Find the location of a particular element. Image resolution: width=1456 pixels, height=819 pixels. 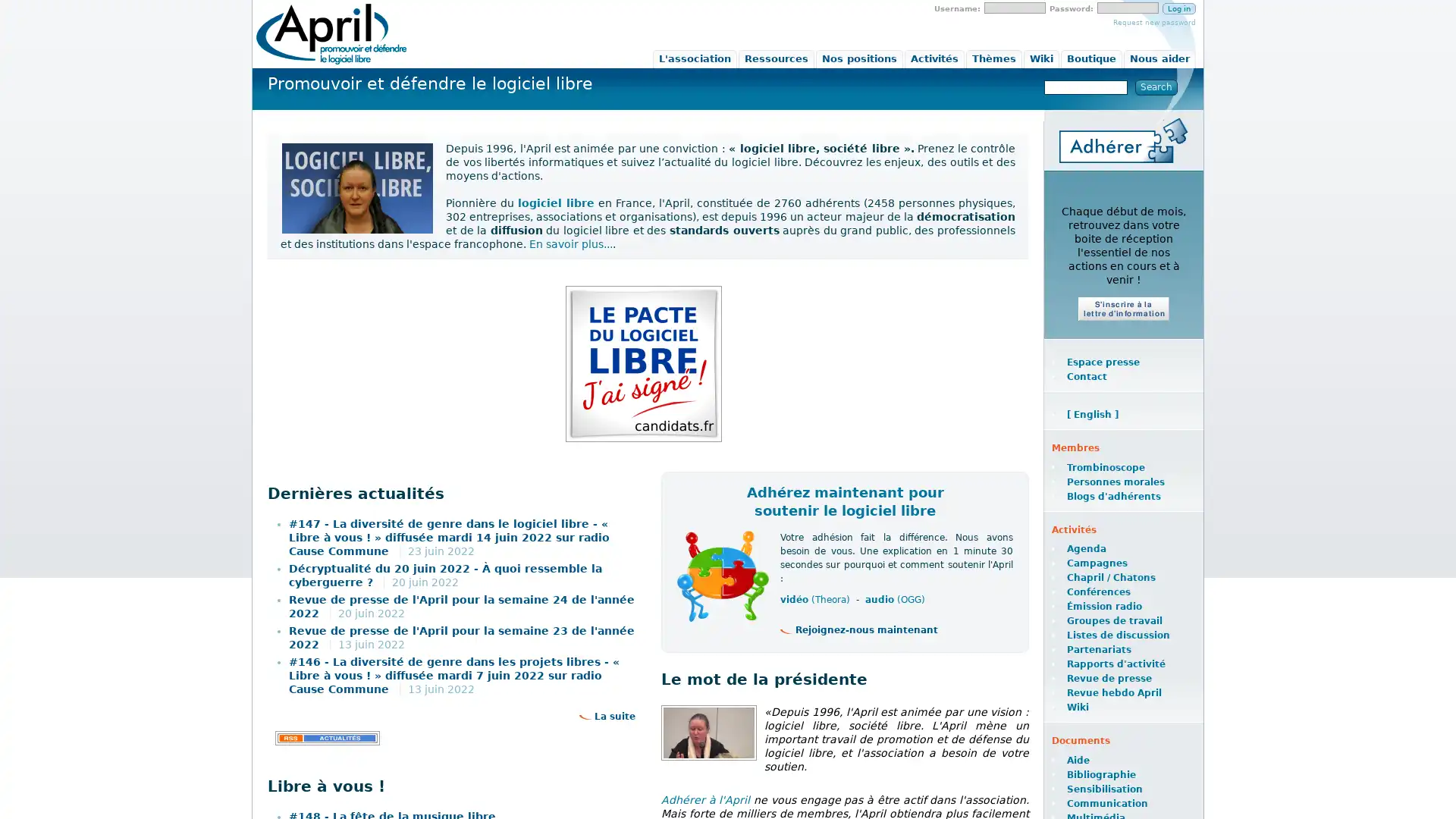

Search is located at coordinates (1156, 87).